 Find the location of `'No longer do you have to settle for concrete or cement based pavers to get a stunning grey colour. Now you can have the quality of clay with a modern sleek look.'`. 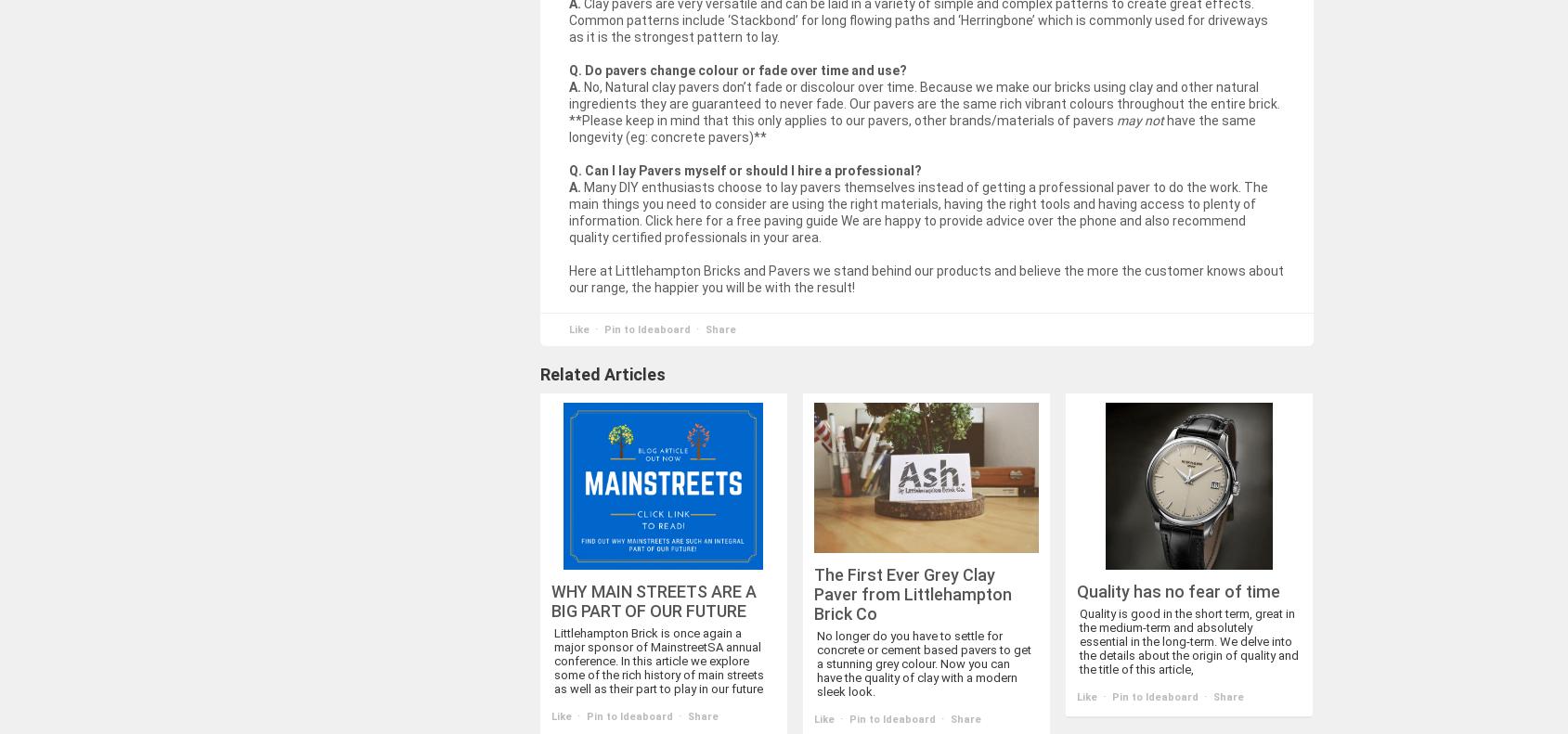

'No longer do you have to settle for concrete or cement based pavers to get a stunning grey colour. Now you can have the quality of clay with a modern sleek look.' is located at coordinates (922, 662).